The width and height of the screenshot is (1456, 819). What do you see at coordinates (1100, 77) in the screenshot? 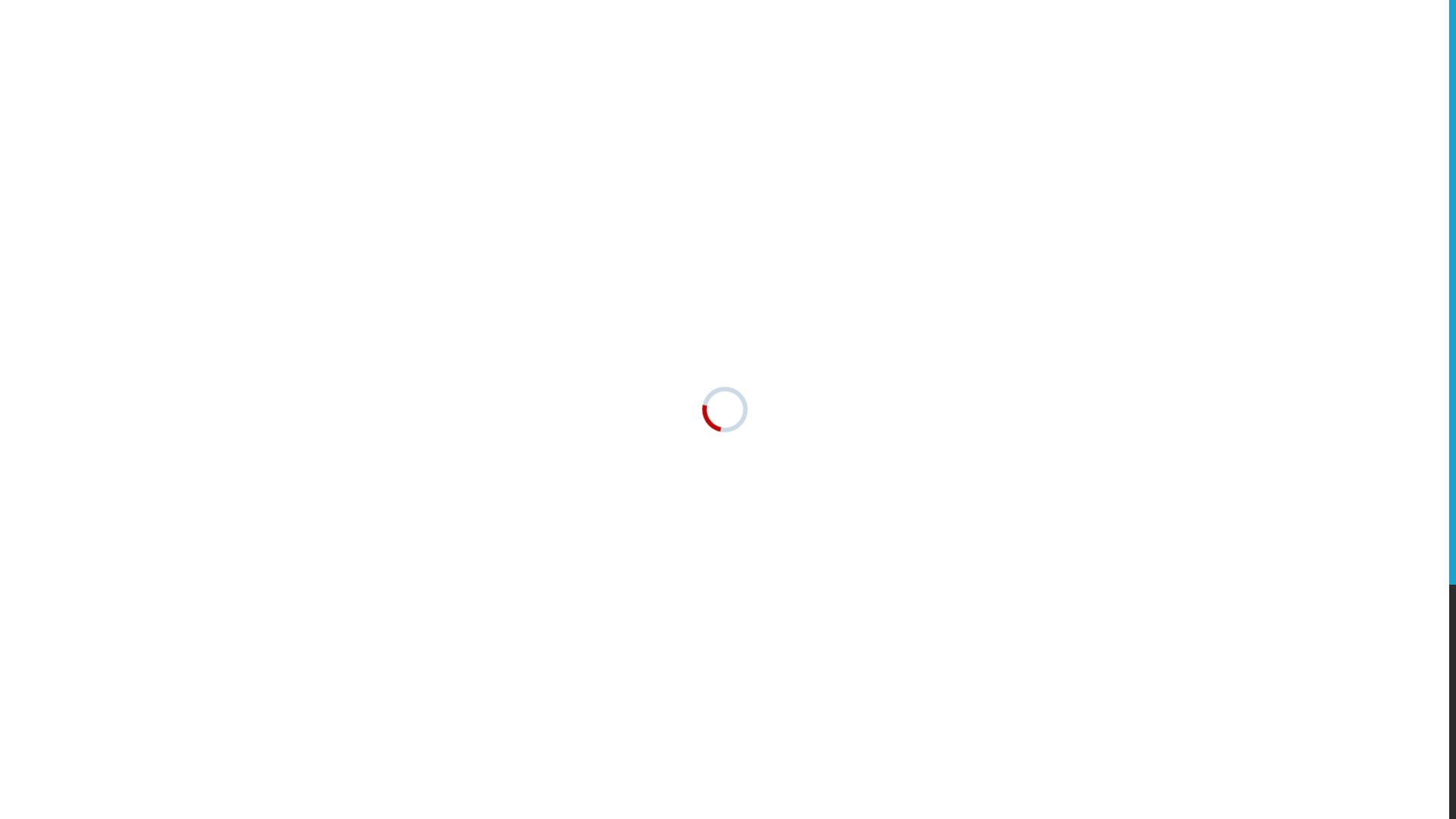
I see `'+375 17 544-10-00'` at bounding box center [1100, 77].